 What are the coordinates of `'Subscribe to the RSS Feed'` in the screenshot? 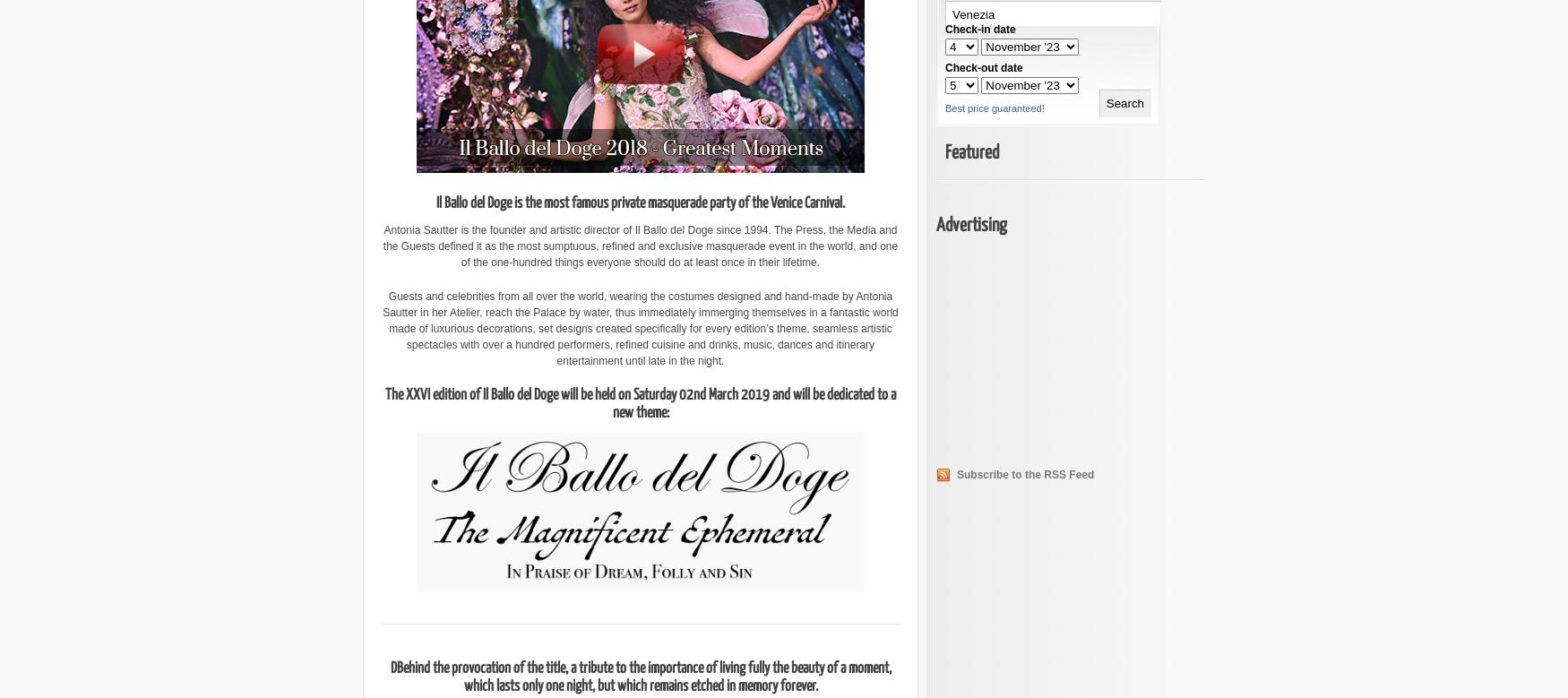 It's located at (1024, 475).